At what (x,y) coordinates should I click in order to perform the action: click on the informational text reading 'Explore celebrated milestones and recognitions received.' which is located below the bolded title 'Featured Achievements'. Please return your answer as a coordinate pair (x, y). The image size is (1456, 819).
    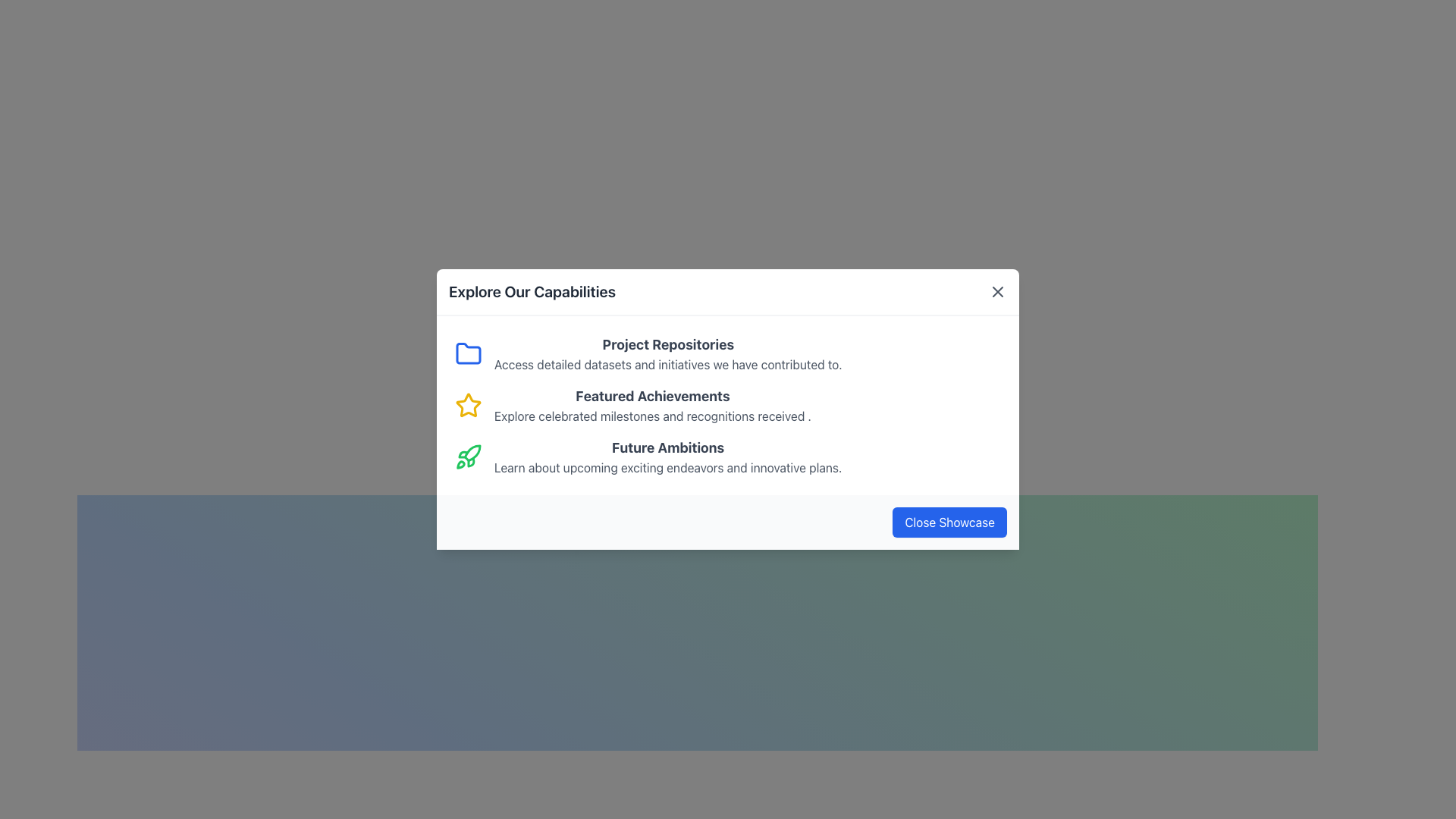
    Looking at the image, I should click on (652, 416).